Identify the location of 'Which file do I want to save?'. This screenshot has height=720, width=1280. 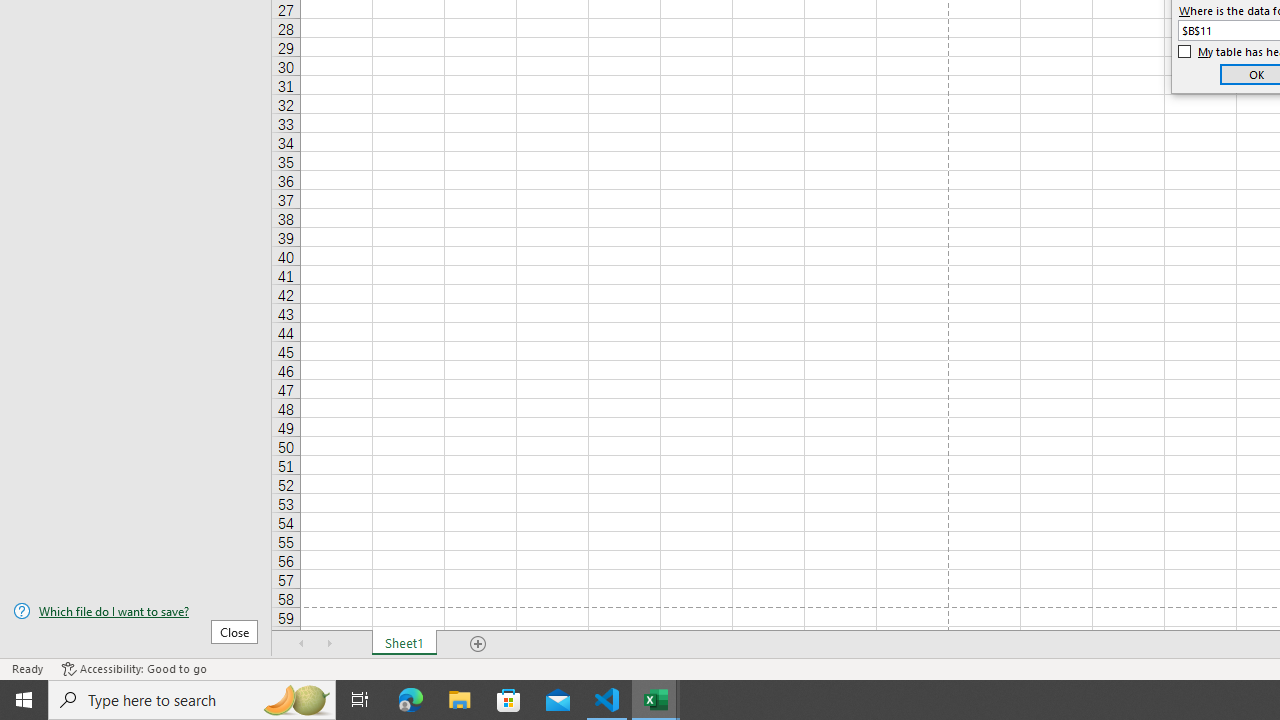
(135, 610).